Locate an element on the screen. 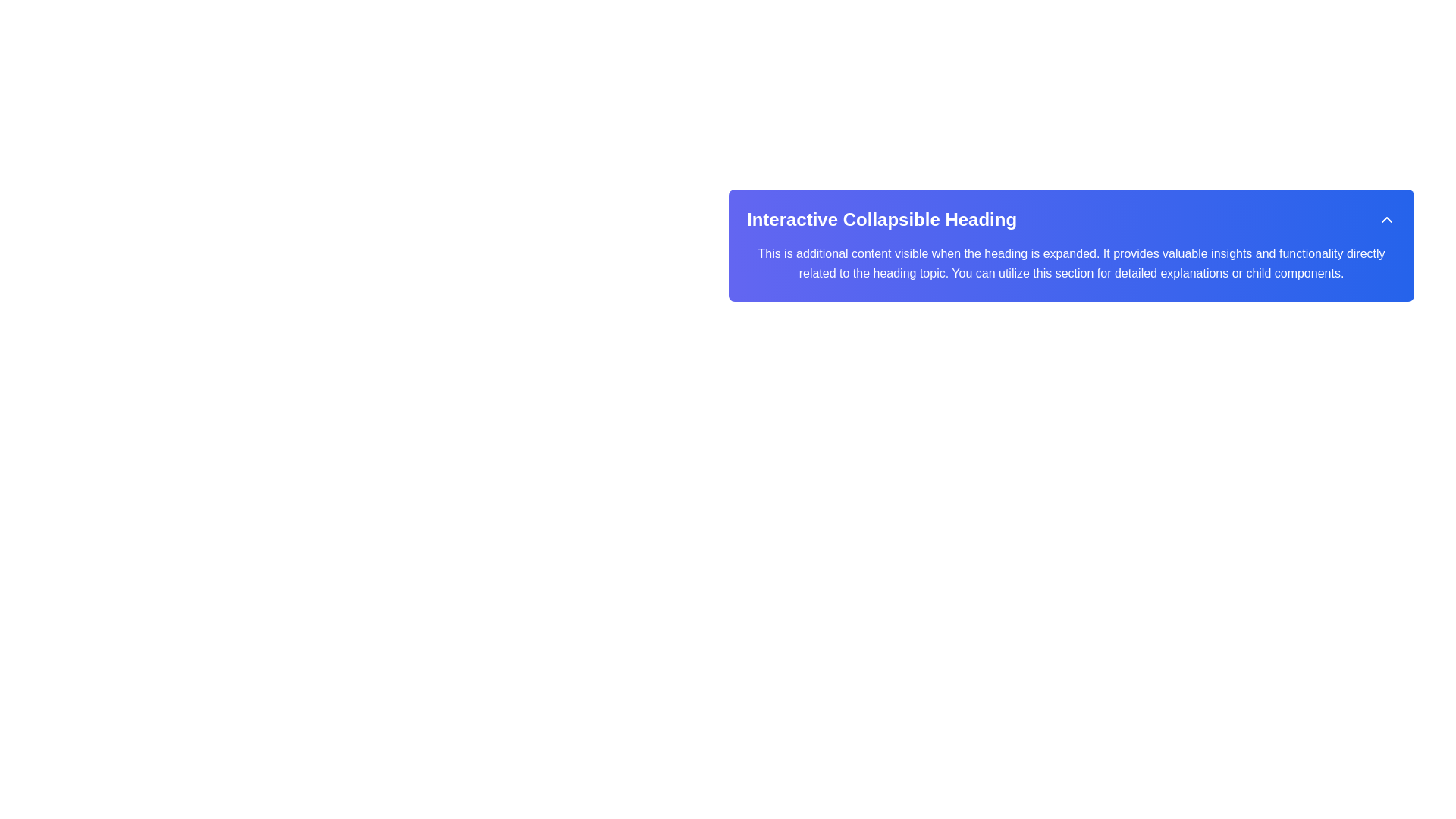  the collapsible toggle icon located on the right side of the blue header labeled 'Interactive Collapsible Heading' is located at coordinates (1386, 219).